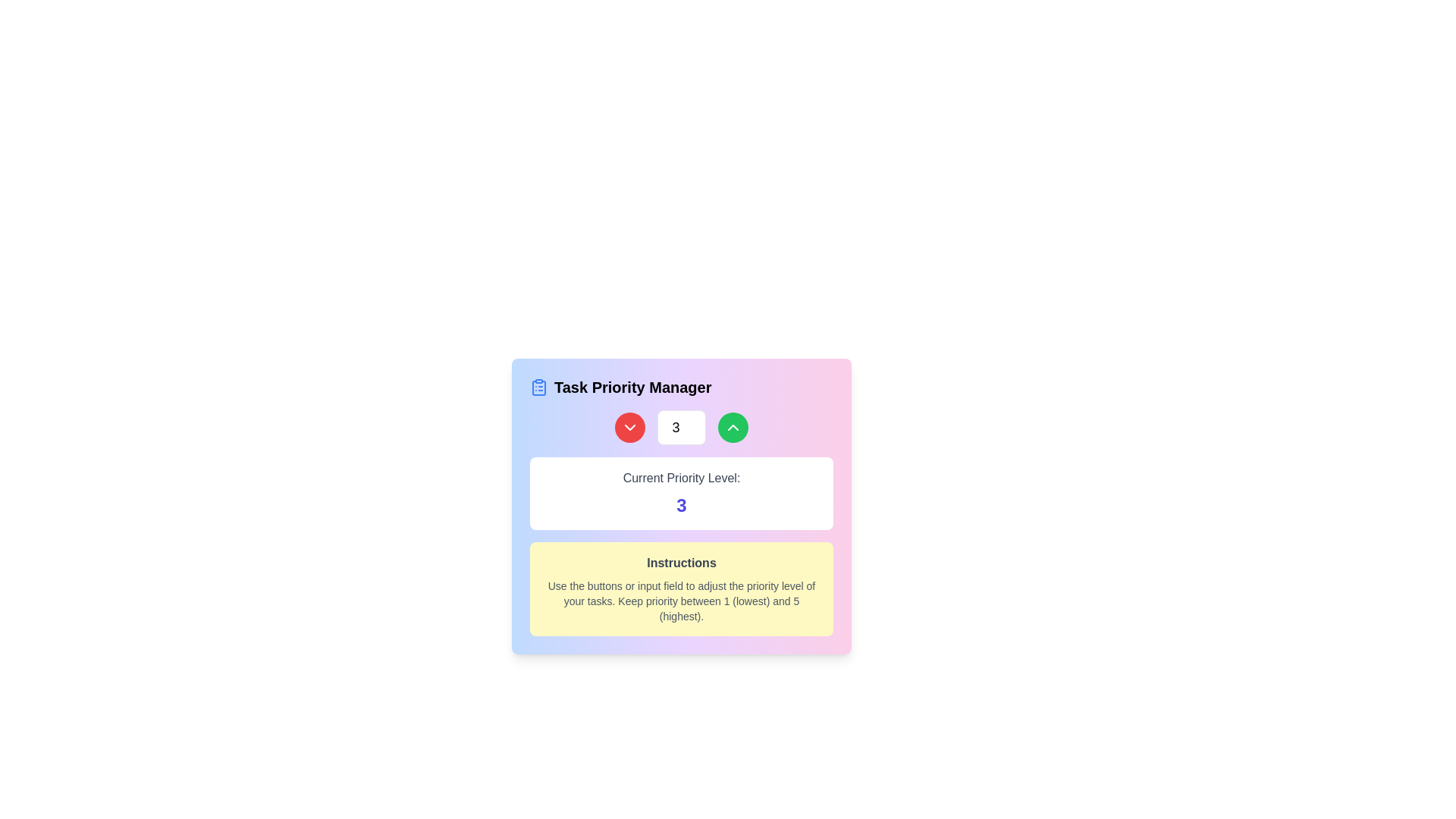 The height and width of the screenshot is (819, 1456). I want to click on the green circular button with a white upward arrow located to the right of the numeric input field displaying '3' to increase the priority level, so click(733, 427).